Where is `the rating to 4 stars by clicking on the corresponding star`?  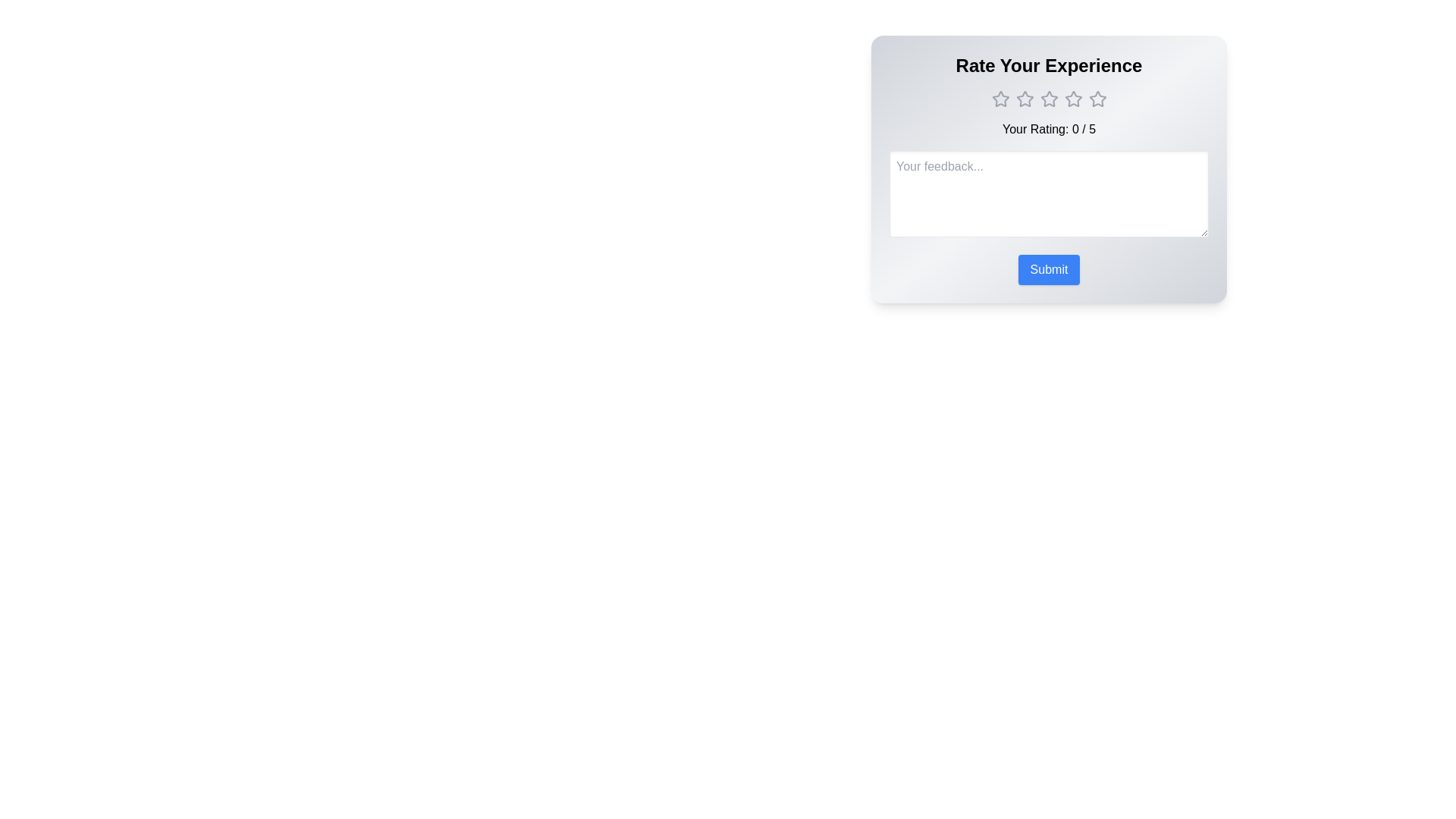 the rating to 4 stars by clicking on the corresponding star is located at coordinates (1072, 99).